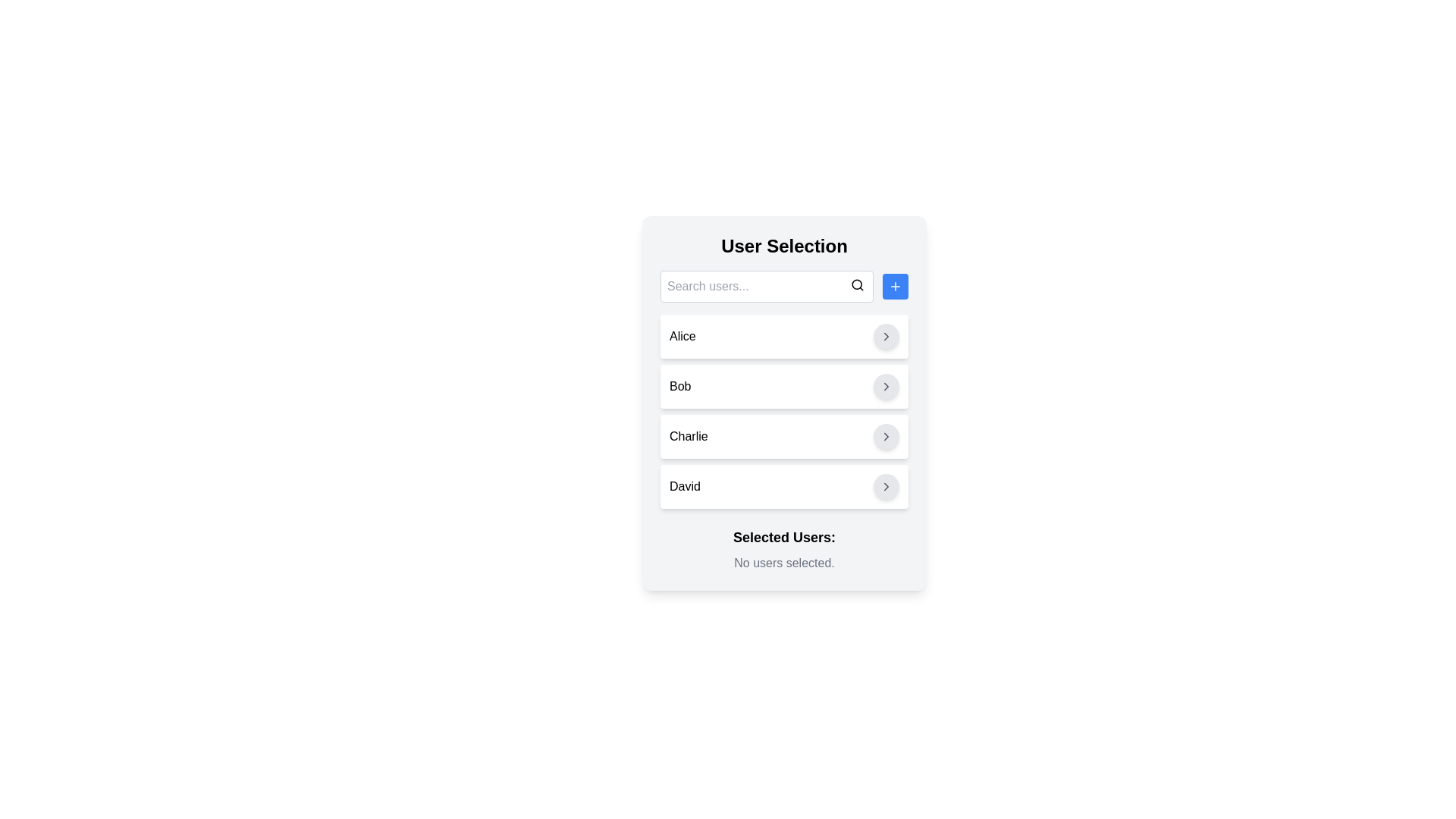 The height and width of the screenshot is (819, 1456). I want to click on the right-pointing chevron icon within the circular button next to the 'Bob' entry, so click(886, 385).